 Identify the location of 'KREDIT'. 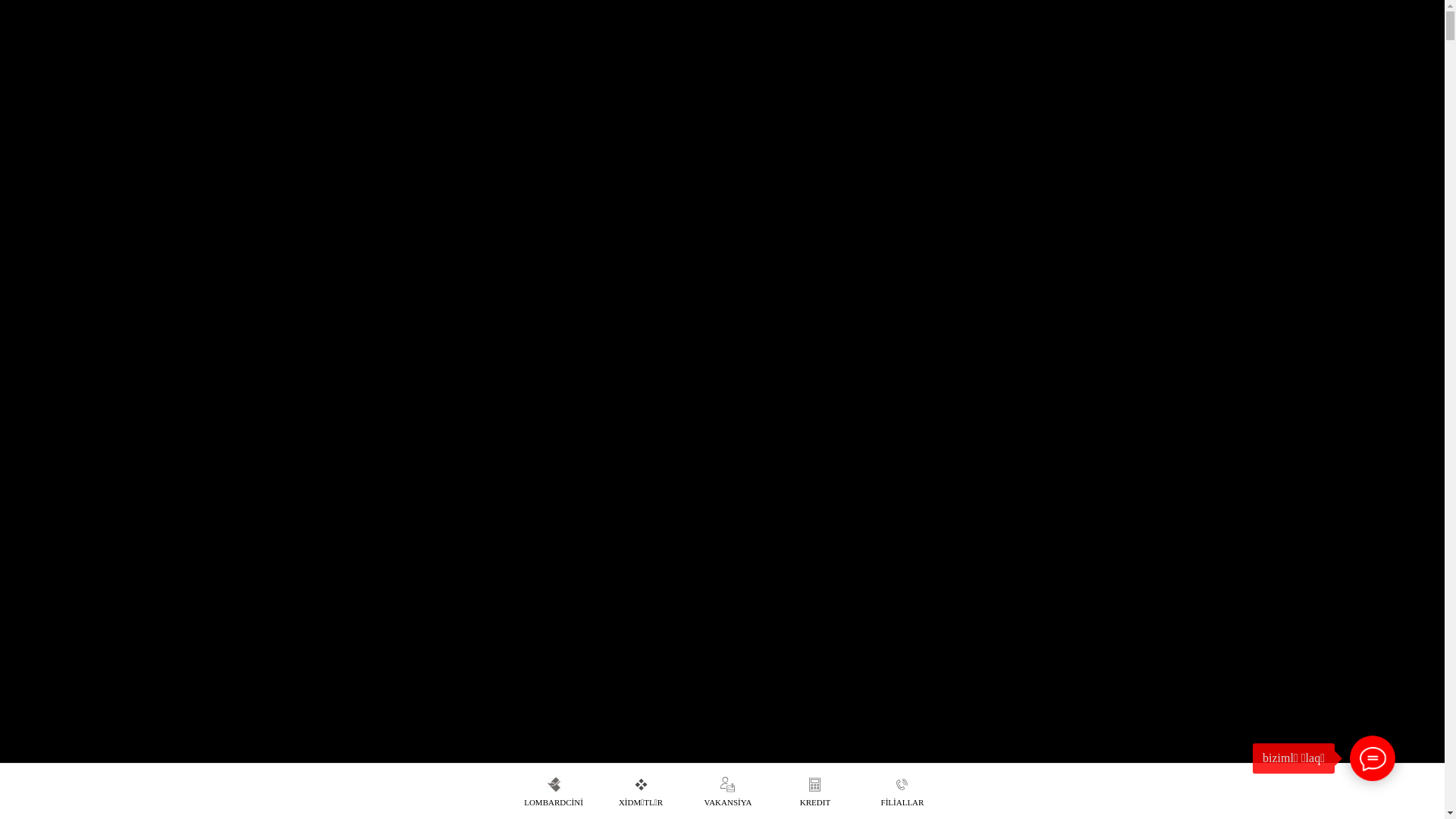
(814, 791).